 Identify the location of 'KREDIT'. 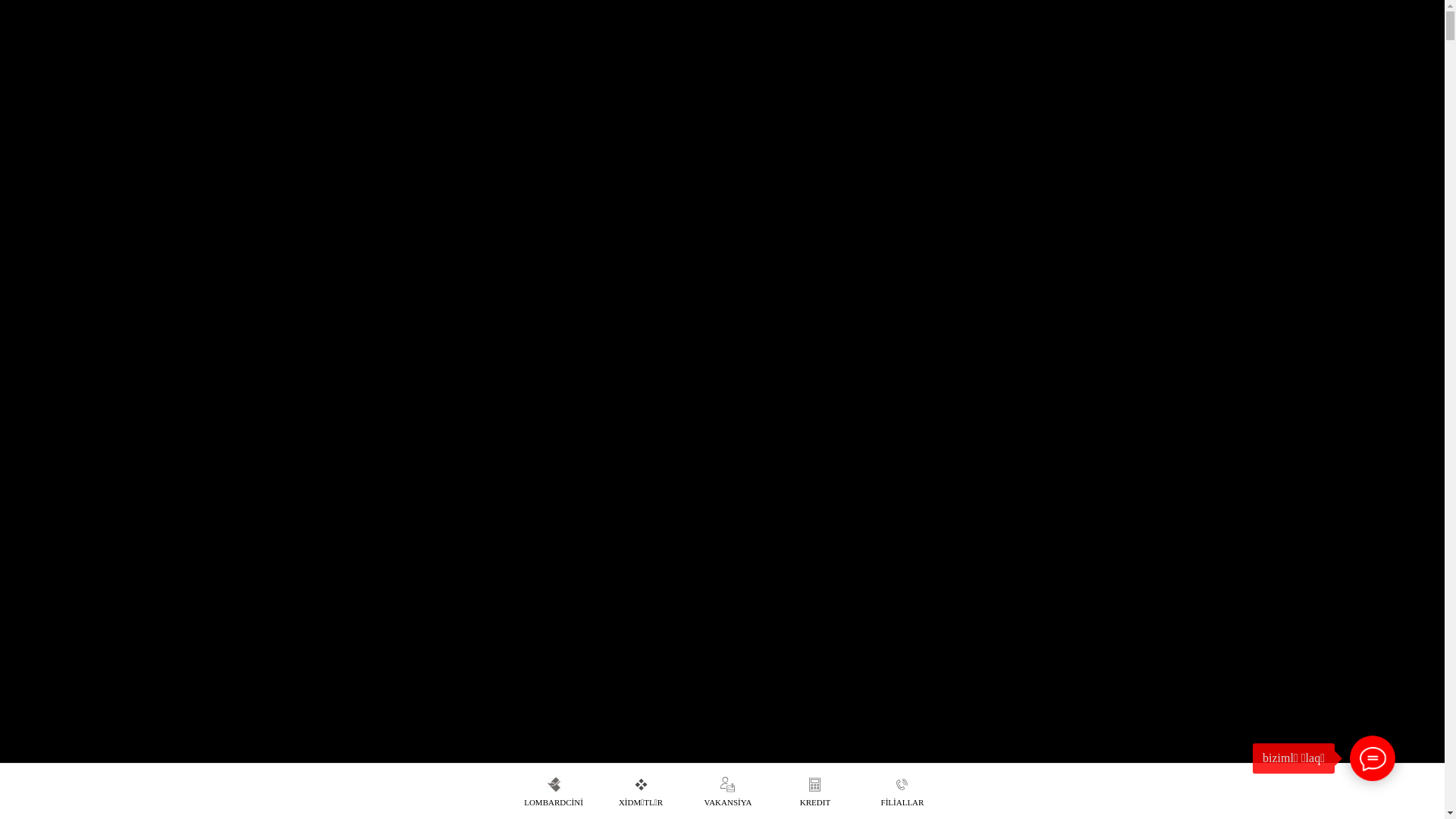
(814, 791).